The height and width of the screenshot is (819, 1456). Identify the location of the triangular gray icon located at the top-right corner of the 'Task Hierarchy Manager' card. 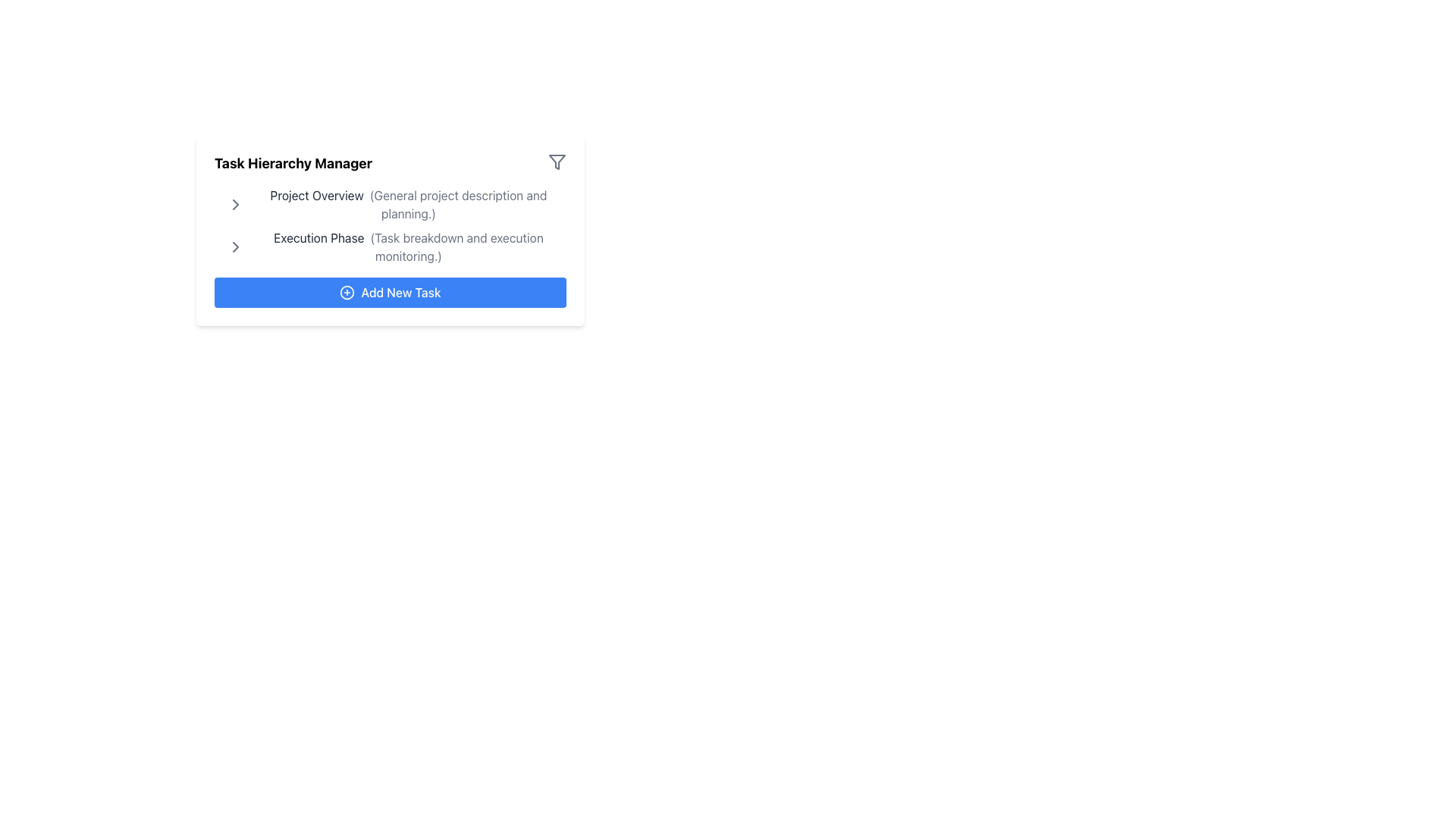
(556, 162).